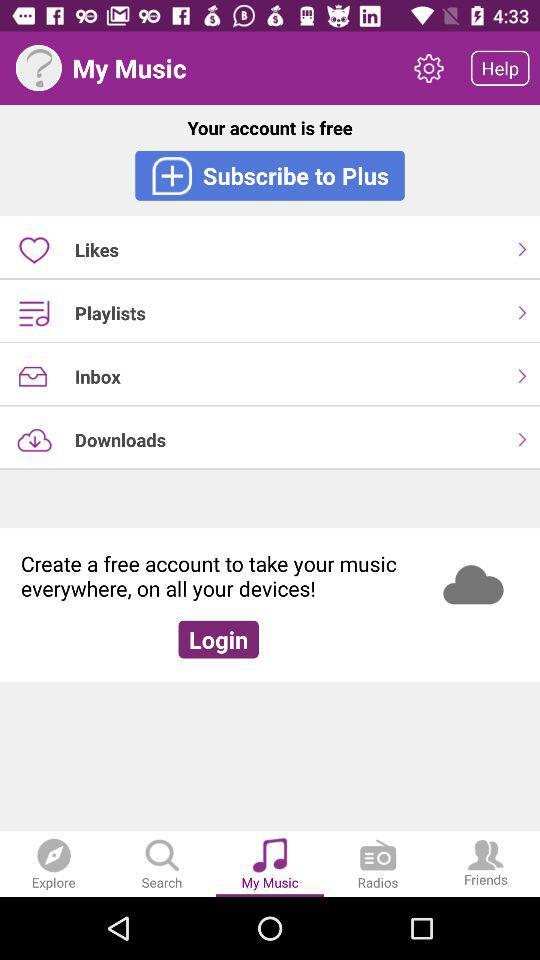 This screenshot has height=960, width=540. Describe the element at coordinates (38, 68) in the screenshot. I see `help selection` at that location.